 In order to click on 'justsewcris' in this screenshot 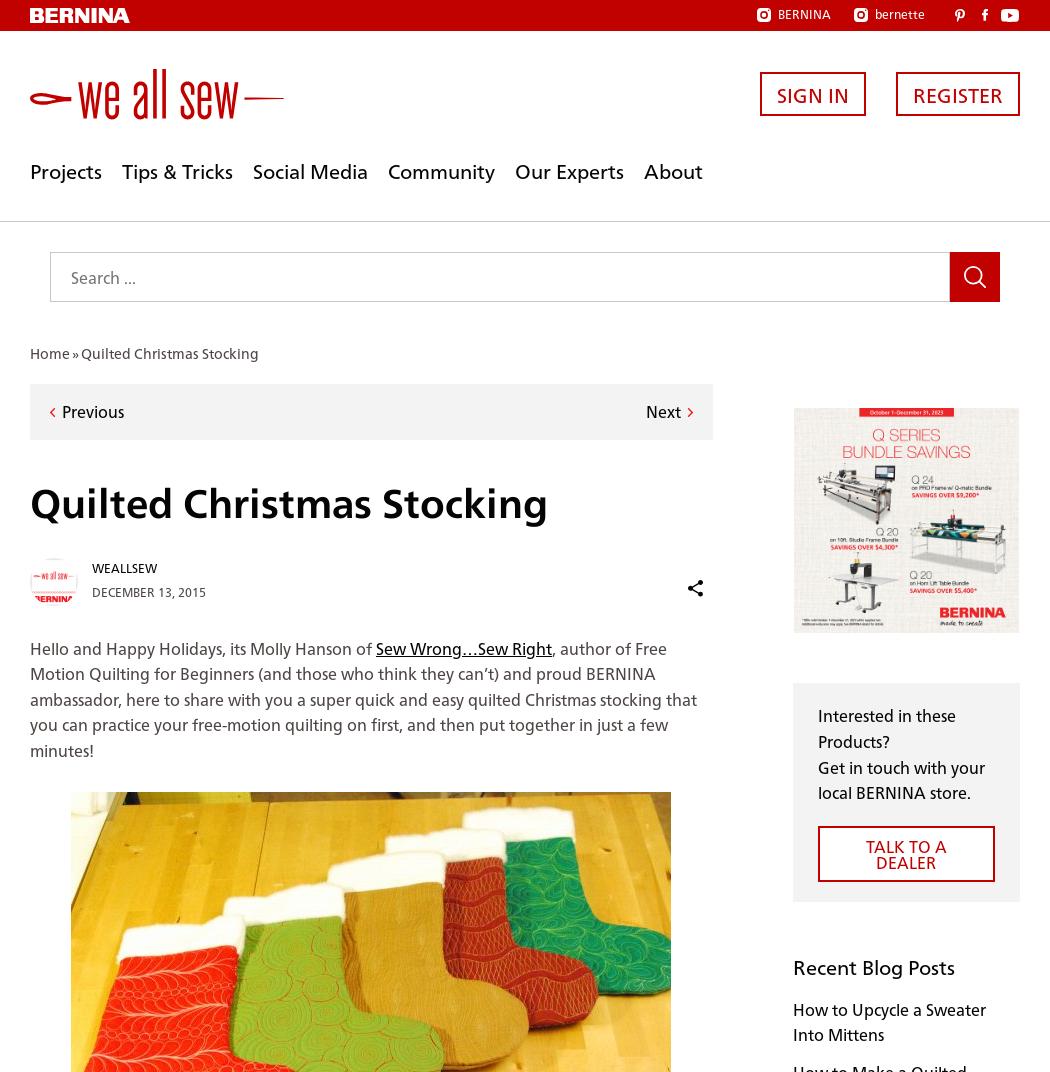, I will do `click(93, 330)`.